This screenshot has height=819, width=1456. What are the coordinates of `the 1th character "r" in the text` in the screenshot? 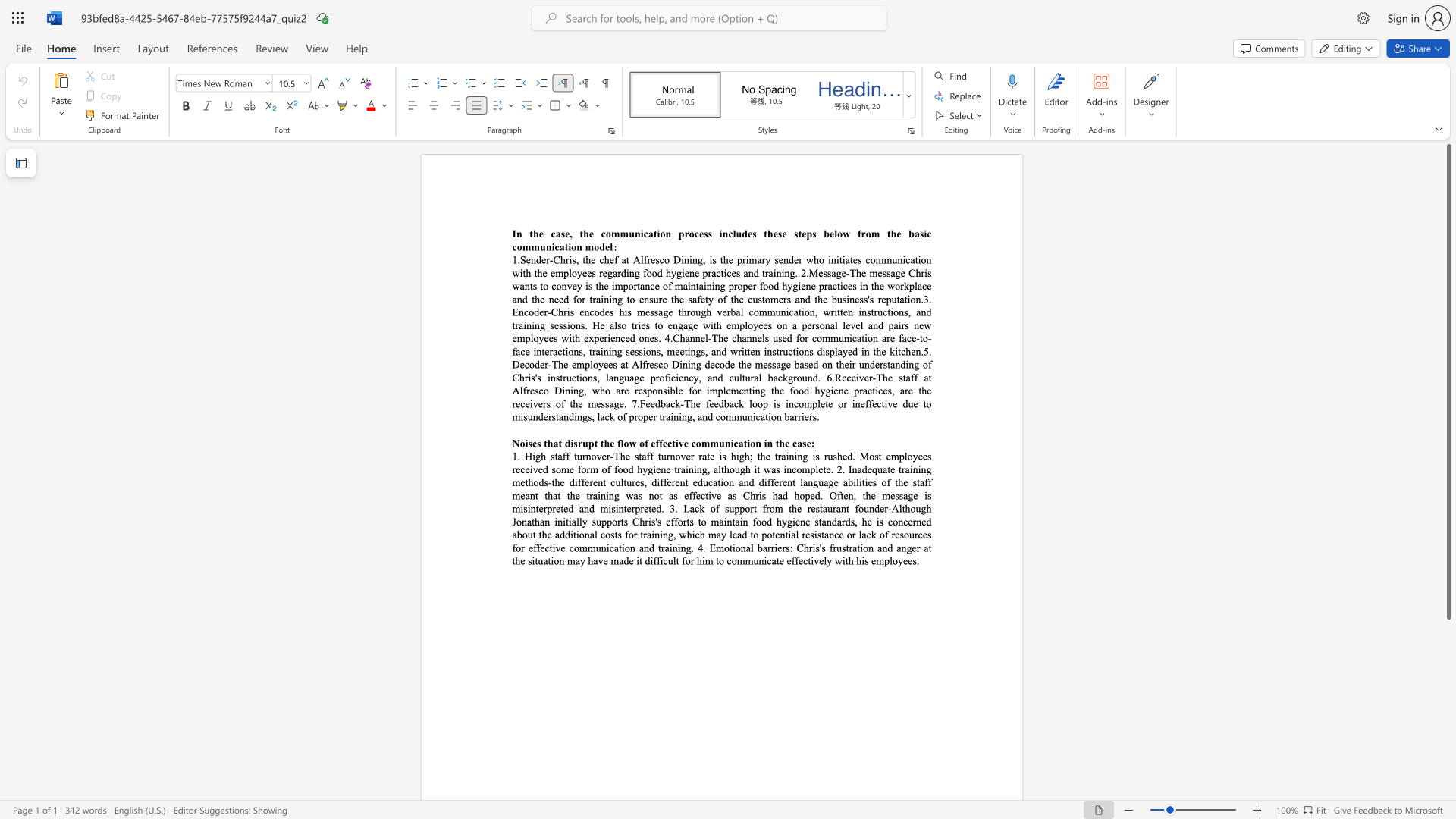 It's located at (622, 390).